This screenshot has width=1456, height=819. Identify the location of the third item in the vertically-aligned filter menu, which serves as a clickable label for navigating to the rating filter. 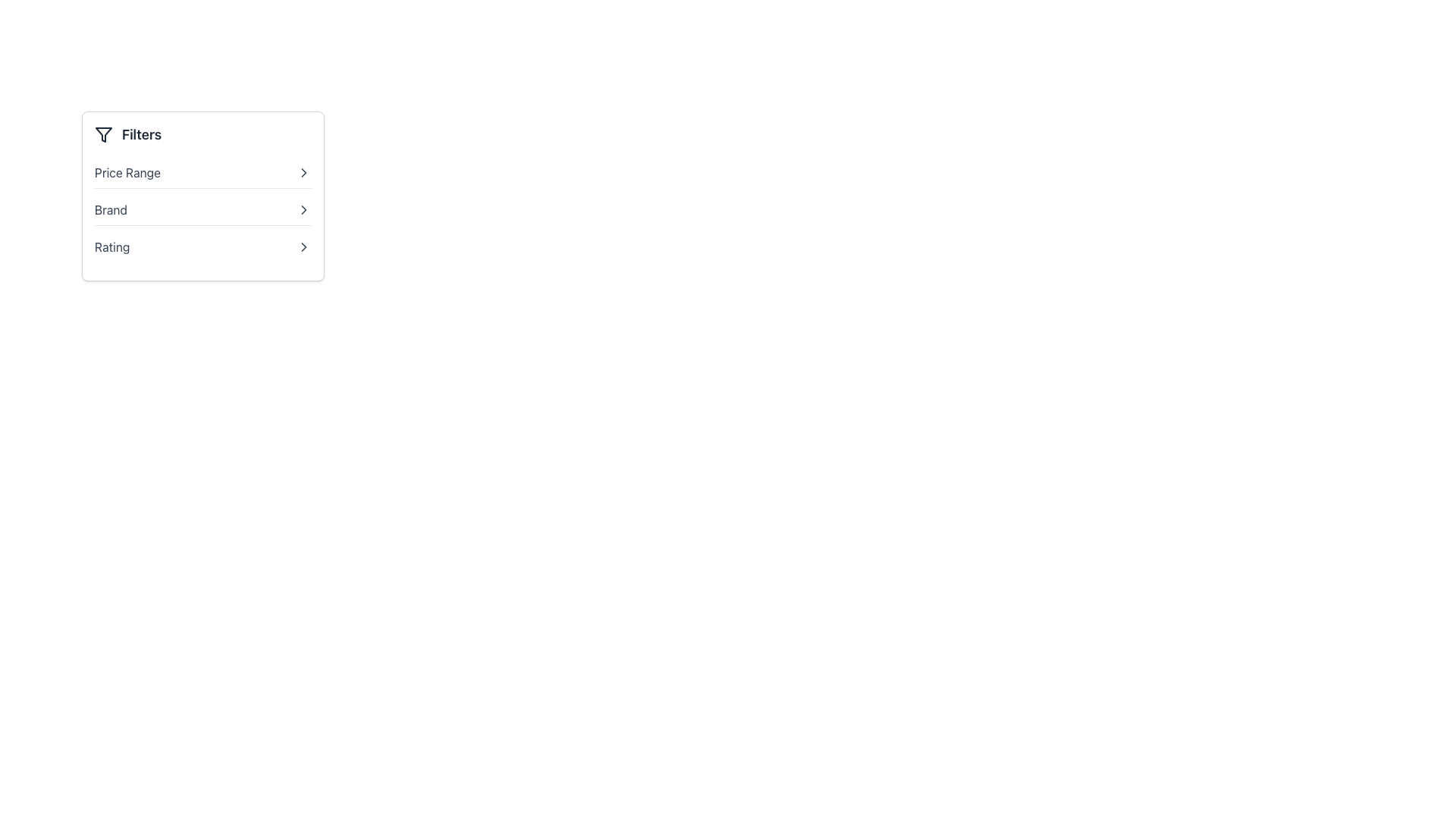
(111, 246).